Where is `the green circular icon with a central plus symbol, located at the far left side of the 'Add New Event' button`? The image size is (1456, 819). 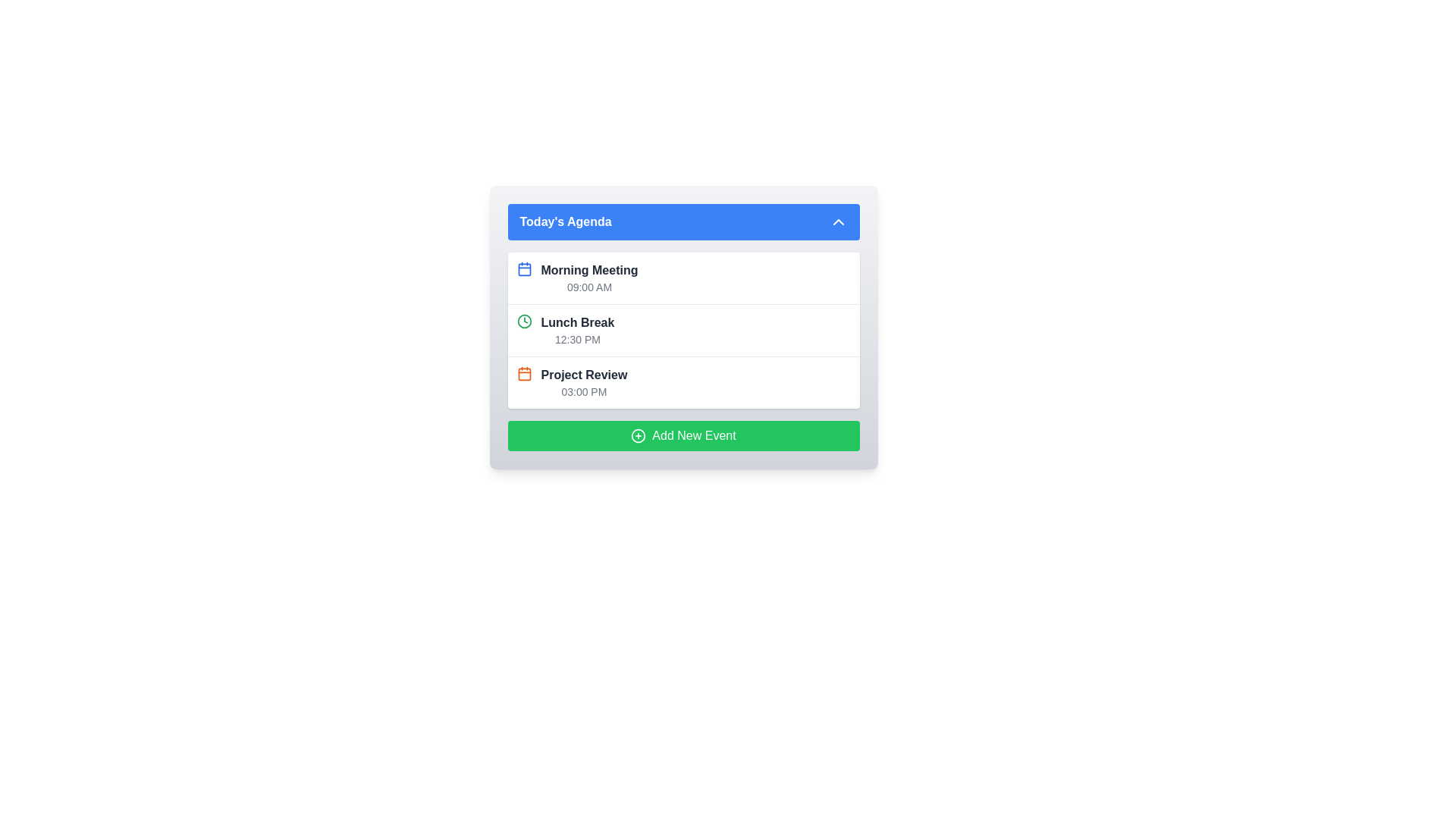
the green circular icon with a central plus symbol, located at the far left side of the 'Add New Event' button is located at coordinates (639, 435).